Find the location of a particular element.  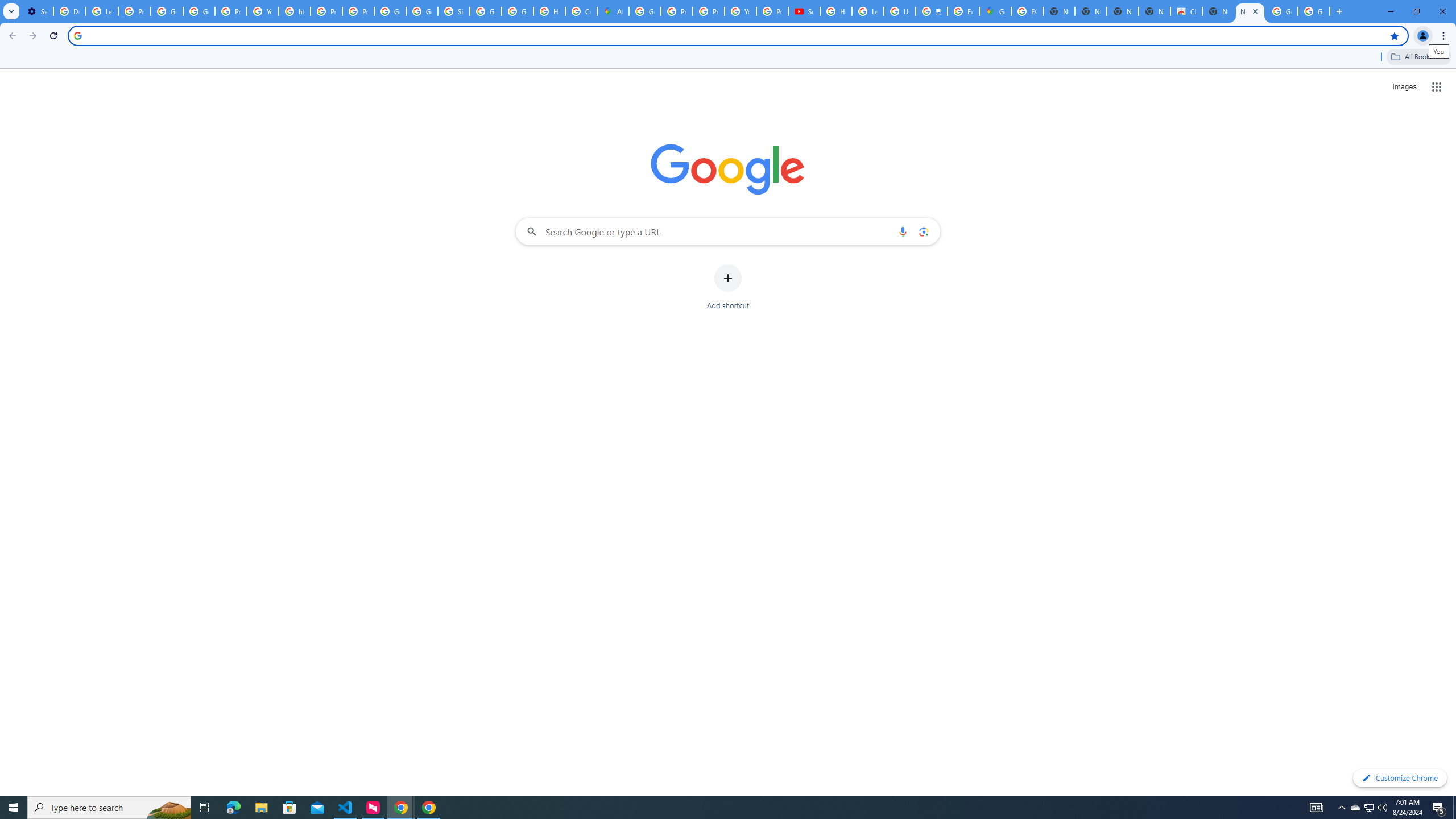

'Google Account Help' is located at coordinates (167, 11).